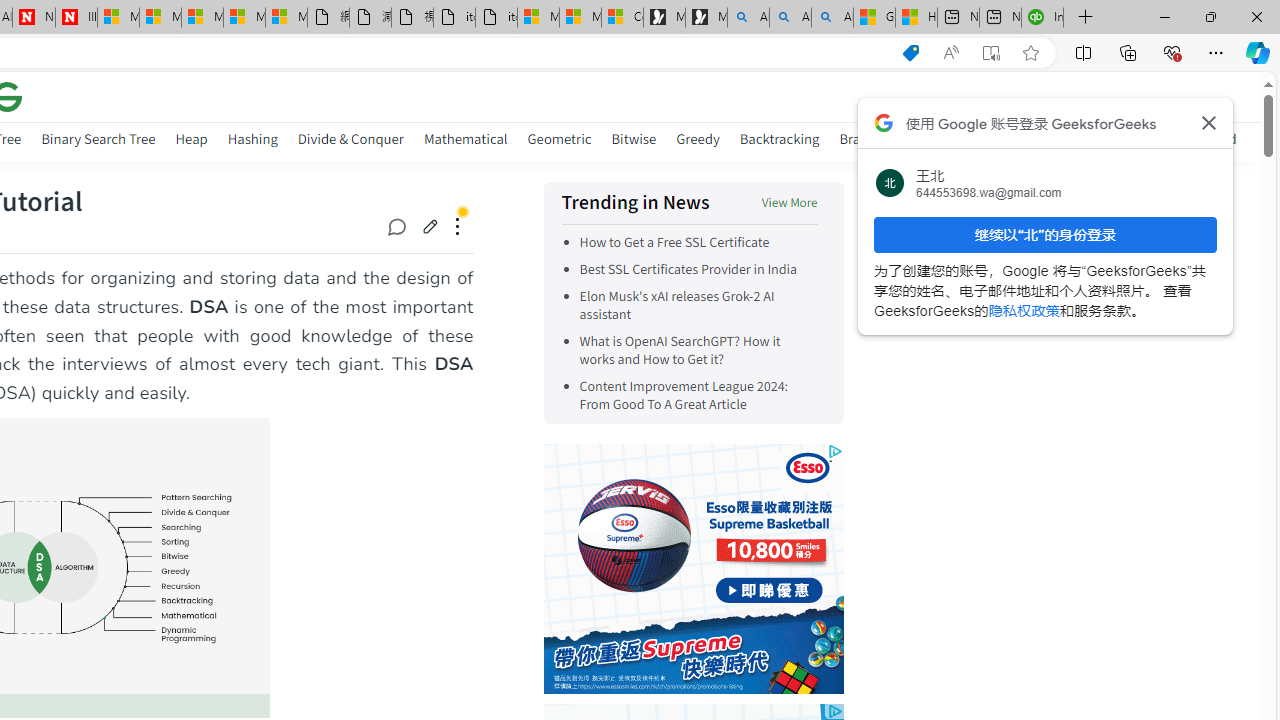 This screenshot has height=720, width=1280. I want to click on 'Newsweek - News, Analysis, Politics, Business, Technology', so click(33, 17).